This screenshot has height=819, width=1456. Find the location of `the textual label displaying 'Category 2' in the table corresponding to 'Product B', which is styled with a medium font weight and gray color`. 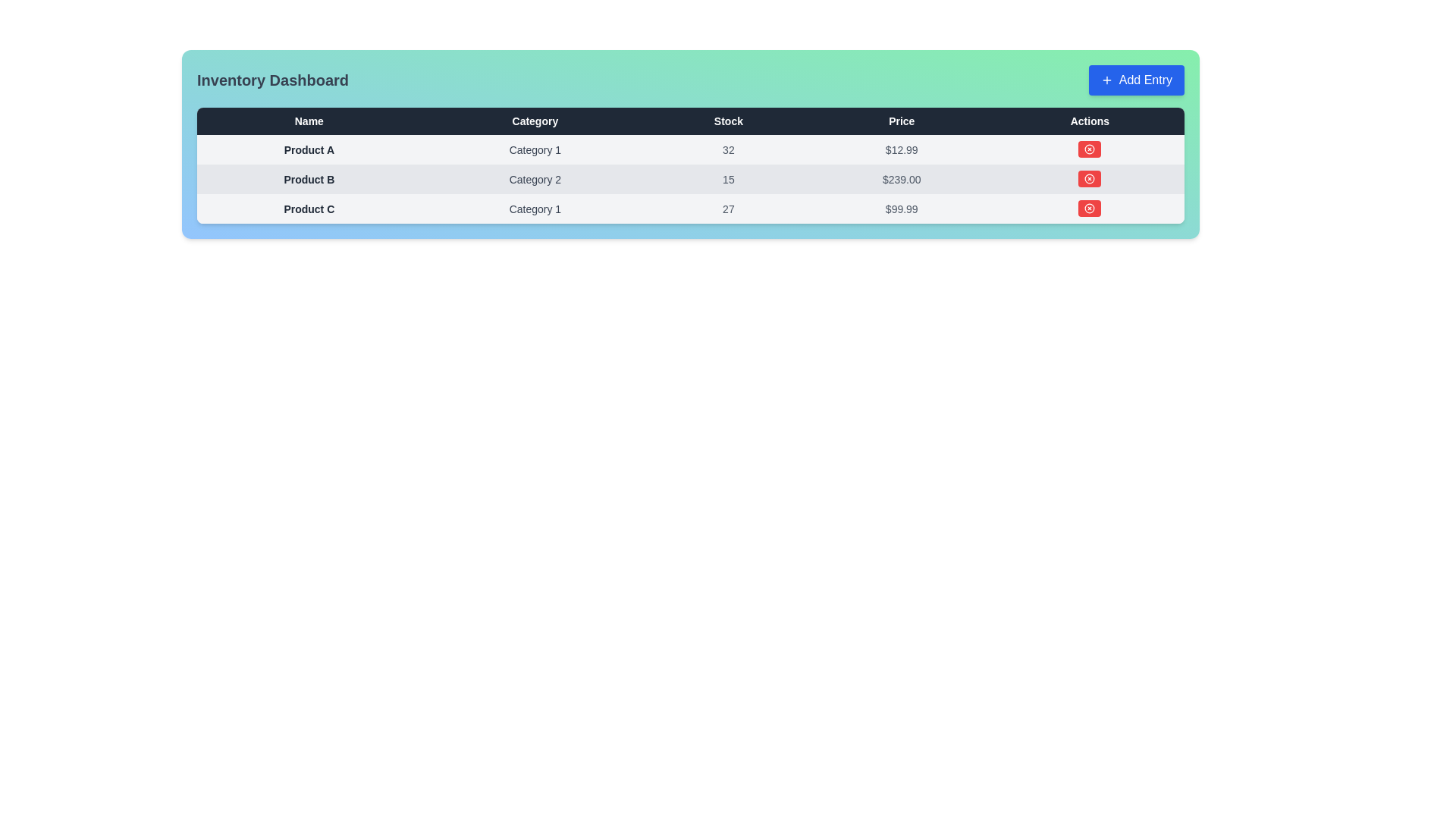

the textual label displaying 'Category 2' in the table corresponding to 'Product B', which is styled with a medium font weight and gray color is located at coordinates (535, 178).